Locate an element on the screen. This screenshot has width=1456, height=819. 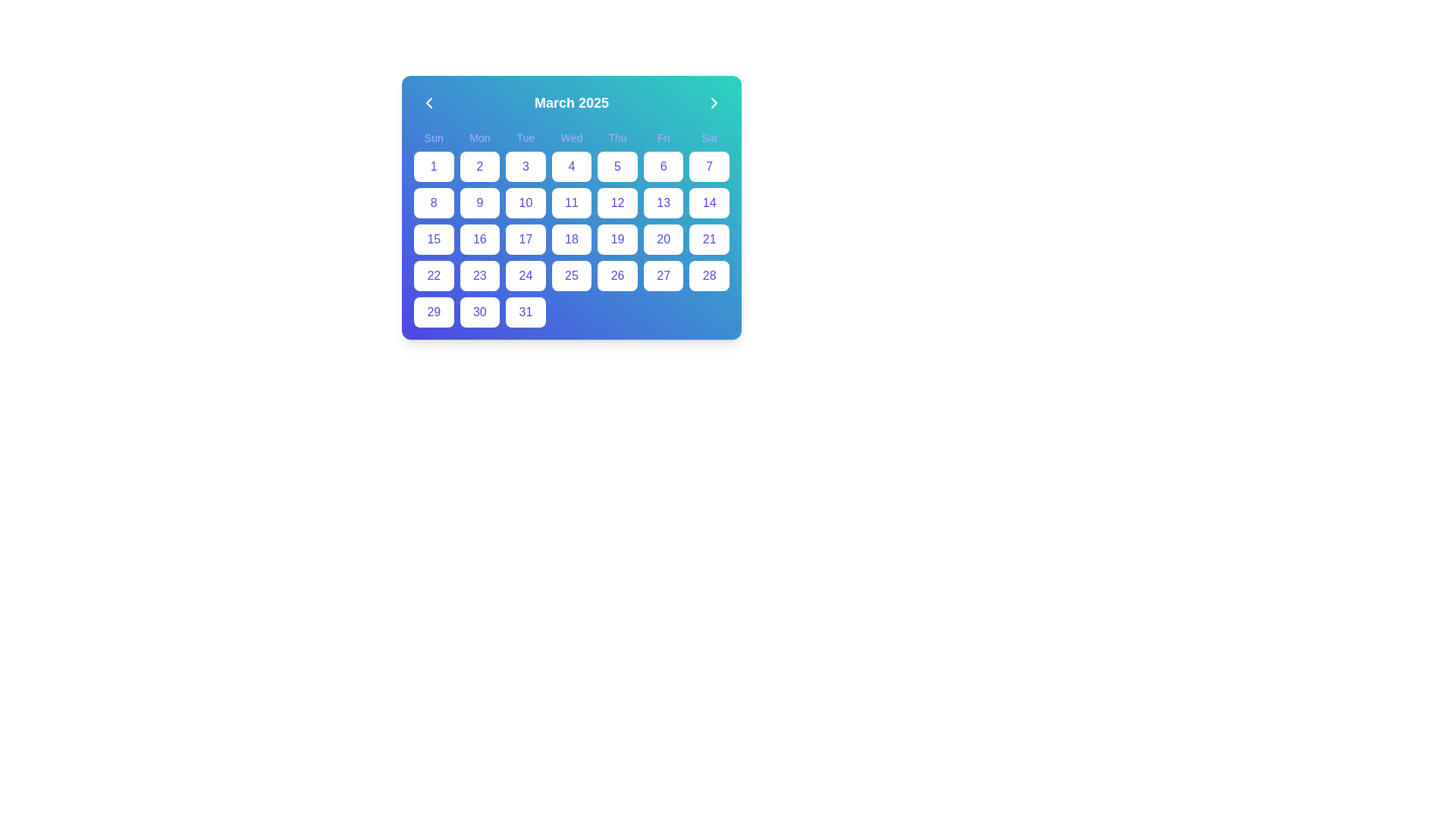
the calendar day button labeled '26' with a white background and blue text is located at coordinates (617, 275).